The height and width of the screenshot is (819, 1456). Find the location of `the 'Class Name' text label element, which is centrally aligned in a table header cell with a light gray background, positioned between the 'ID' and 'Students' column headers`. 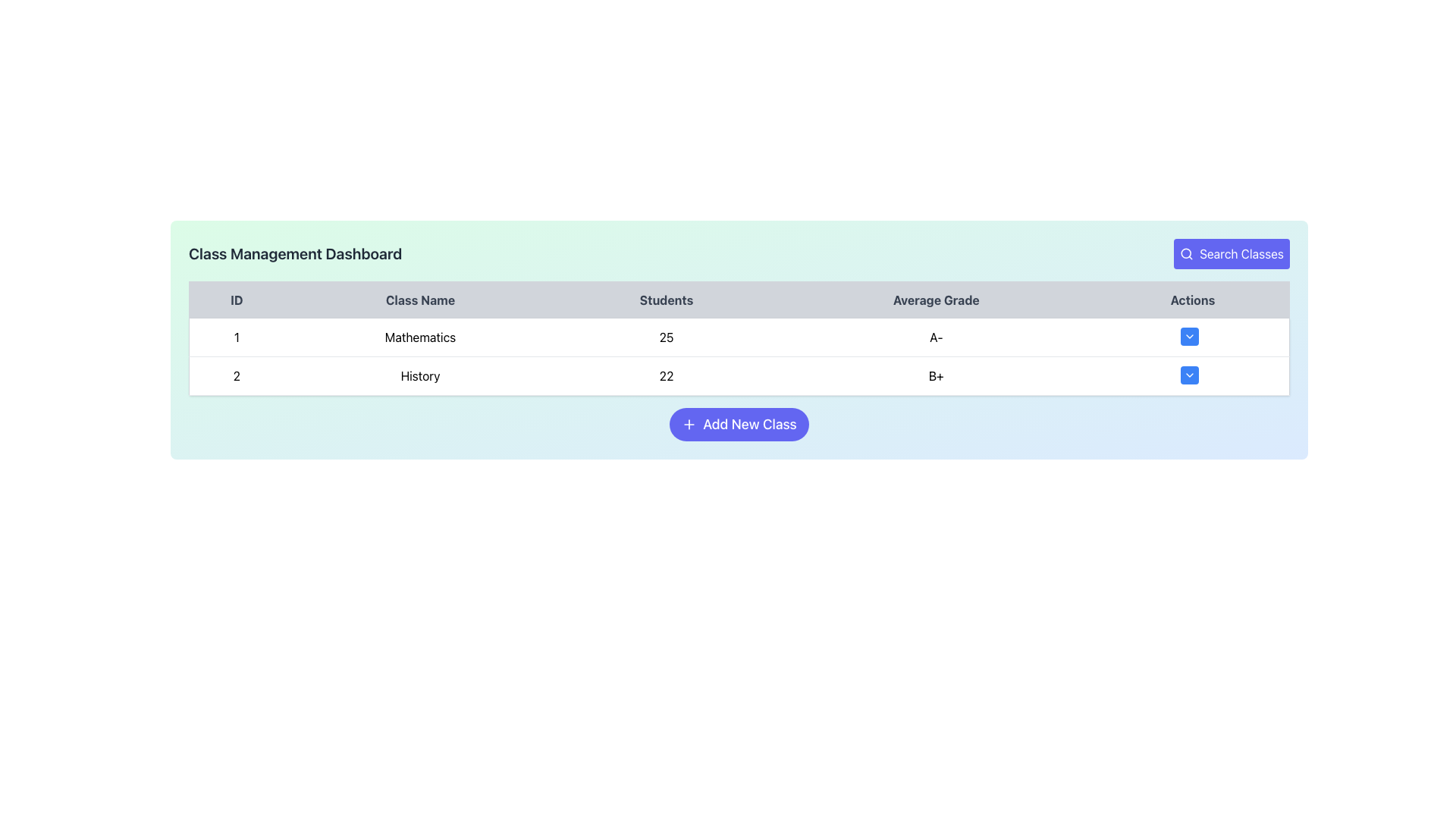

the 'Class Name' text label element, which is centrally aligned in a table header cell with a light gray background, positioned between the 'ID' and 'Students' column headers is located at coordinates (420, 300).